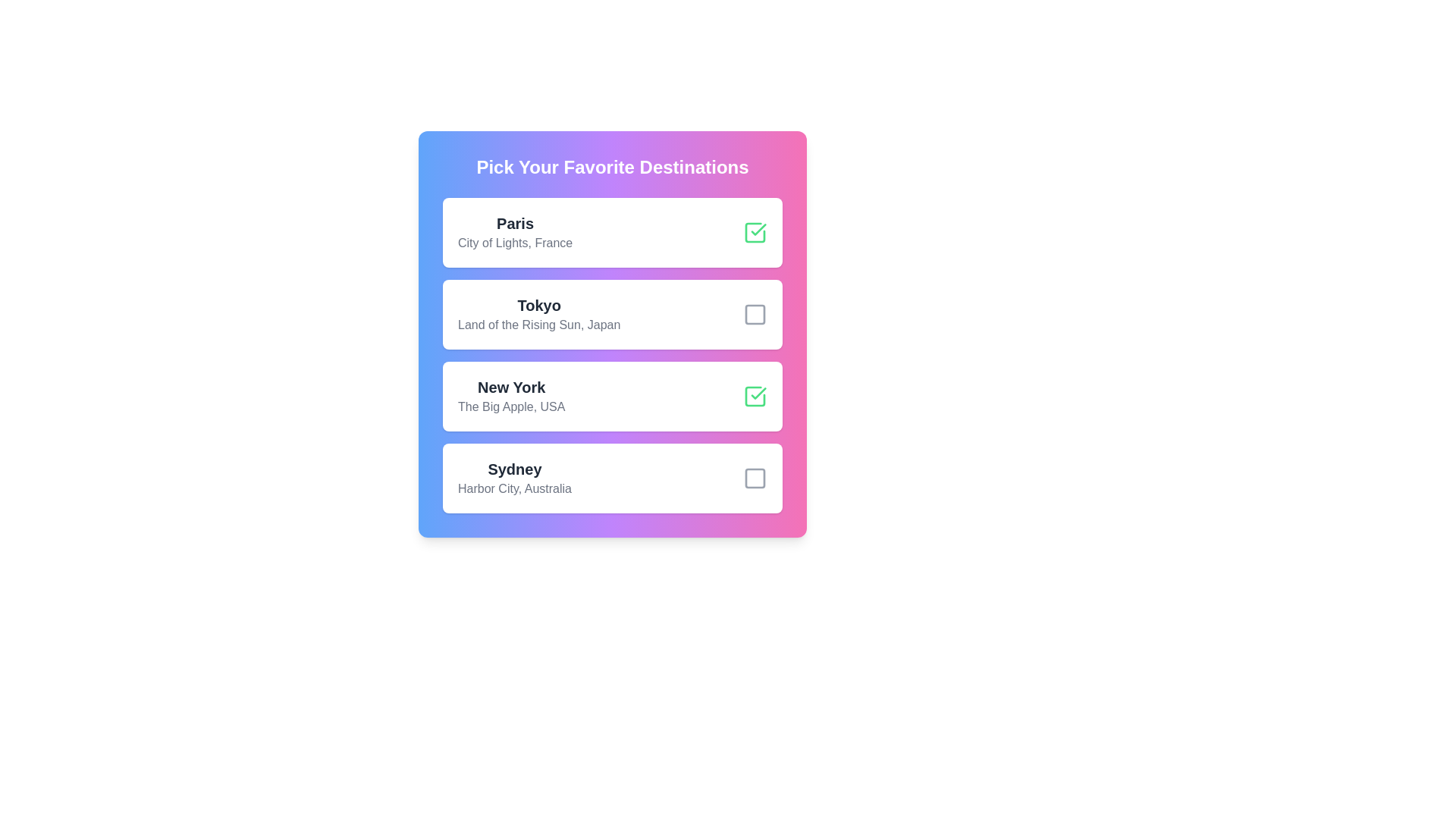 The image size is (1456, 819). I want to click on the destination Tokyo, so click(755, 314).